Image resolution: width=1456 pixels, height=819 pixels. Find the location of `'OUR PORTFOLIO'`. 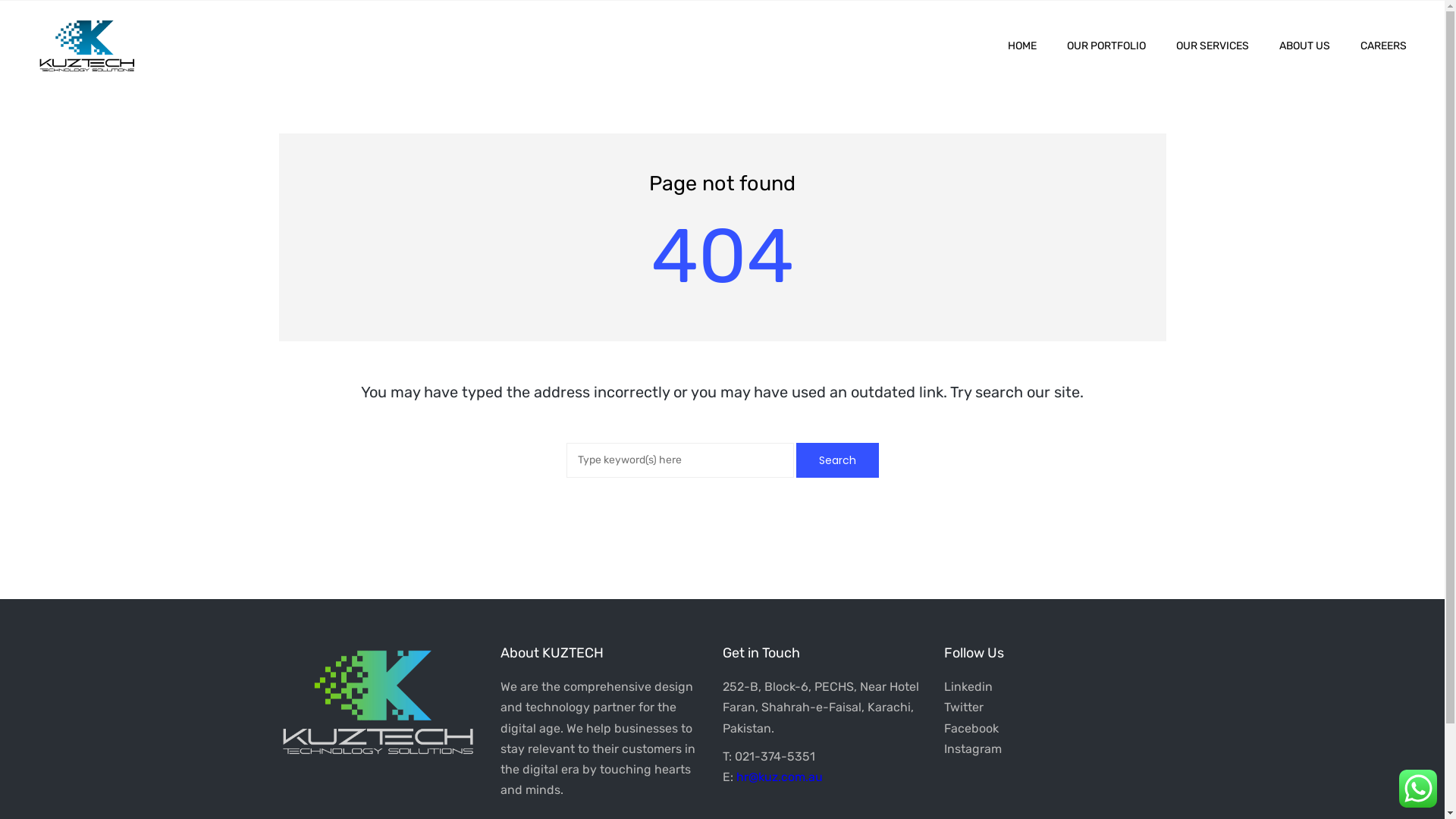

'OUR PORTFOLIO' is located at coordinates (1106, 45).